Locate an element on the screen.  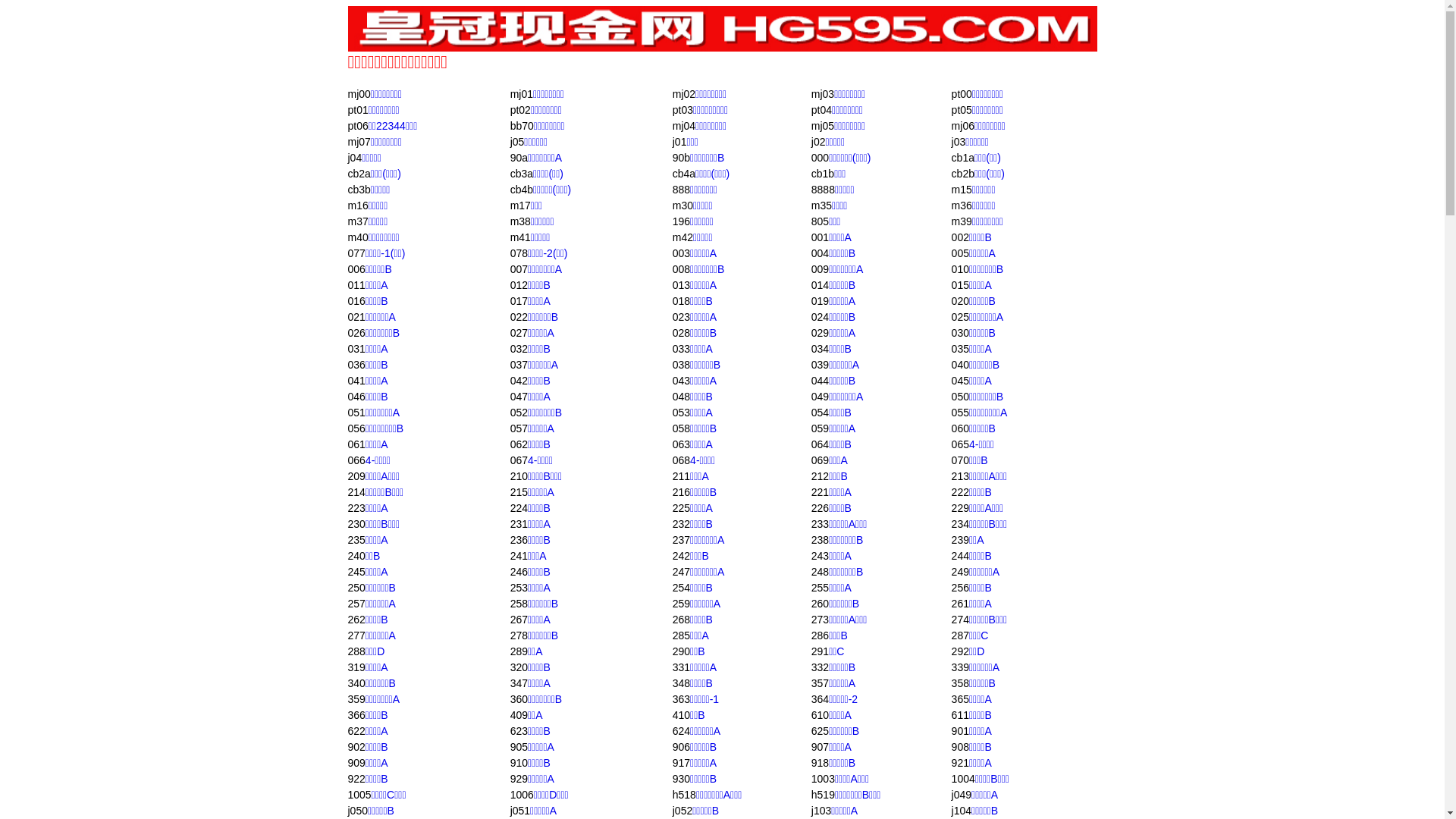
'237' is located at coordinates (672, 539).